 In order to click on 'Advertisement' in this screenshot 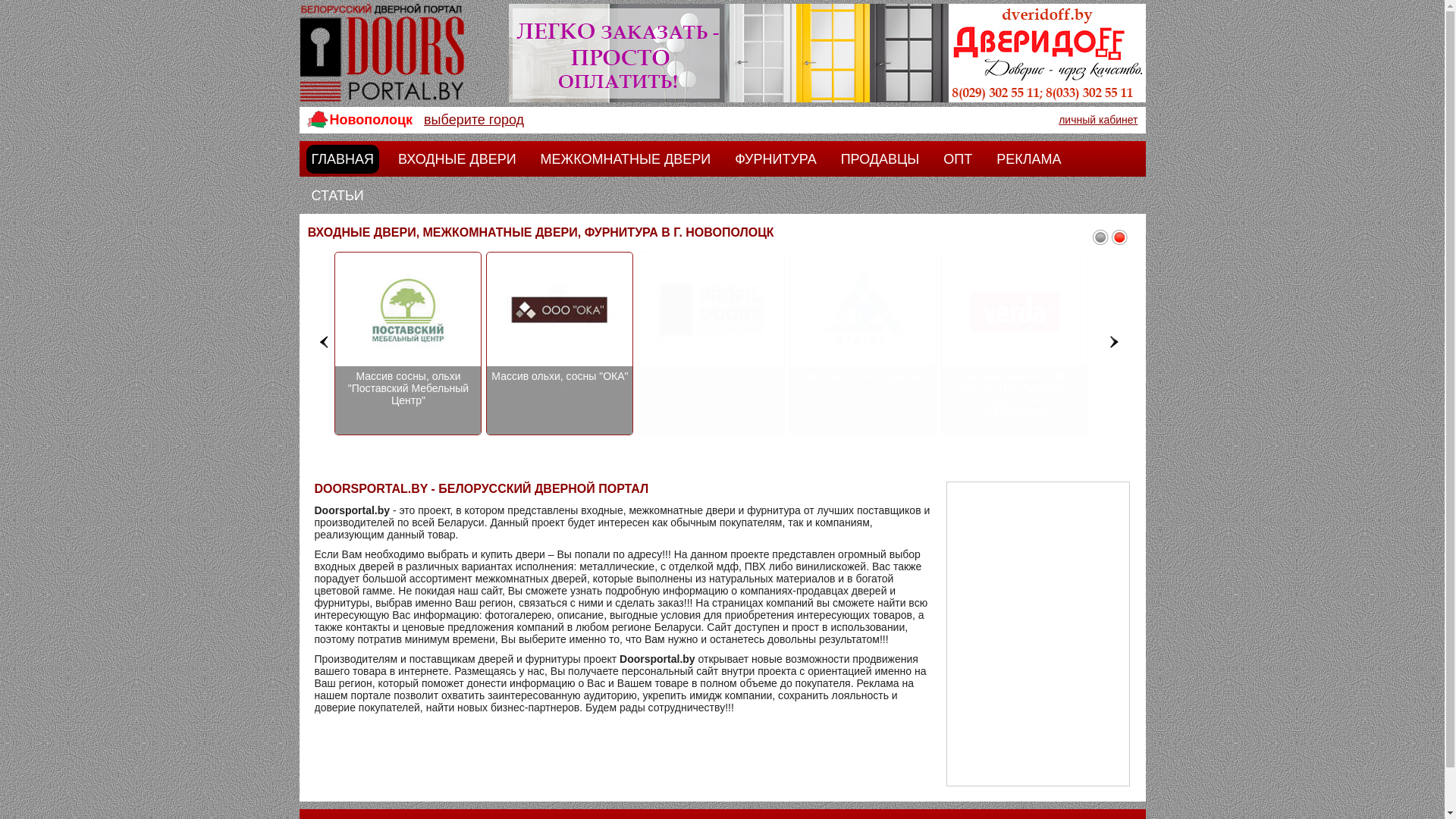, I will do `click(1037, 634)`.